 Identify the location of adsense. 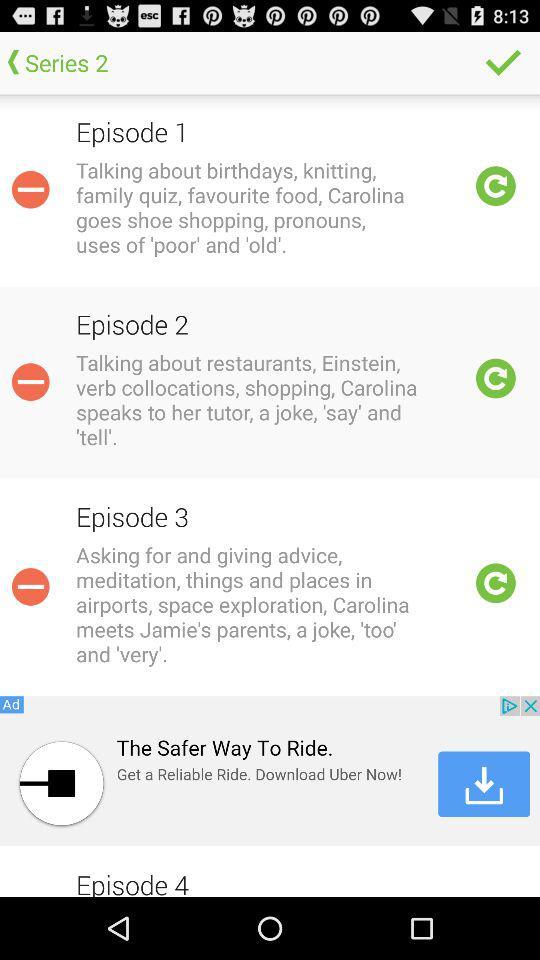
(270, 770).